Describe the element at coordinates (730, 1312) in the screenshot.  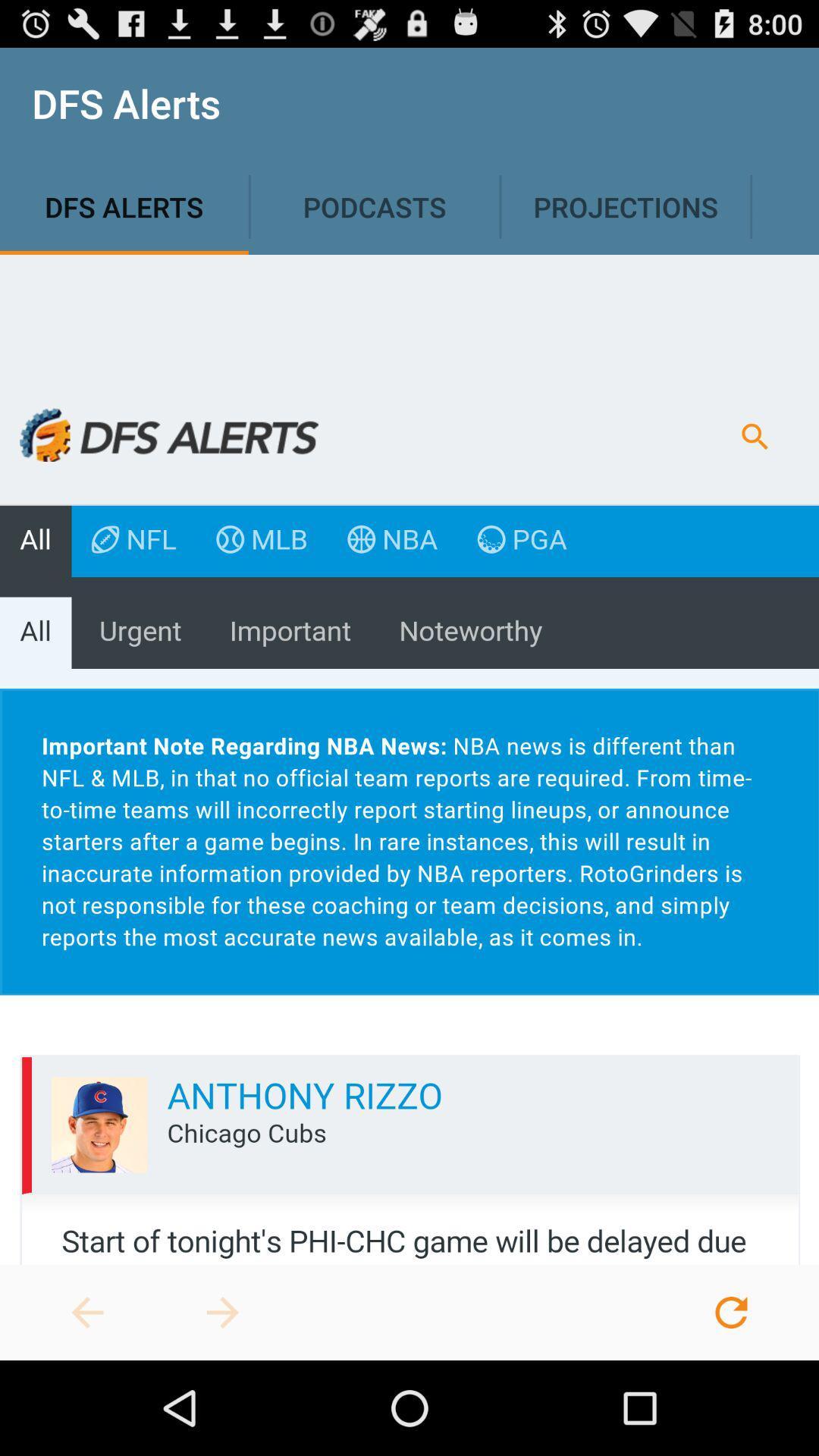
I see `refresh the page` at that location.